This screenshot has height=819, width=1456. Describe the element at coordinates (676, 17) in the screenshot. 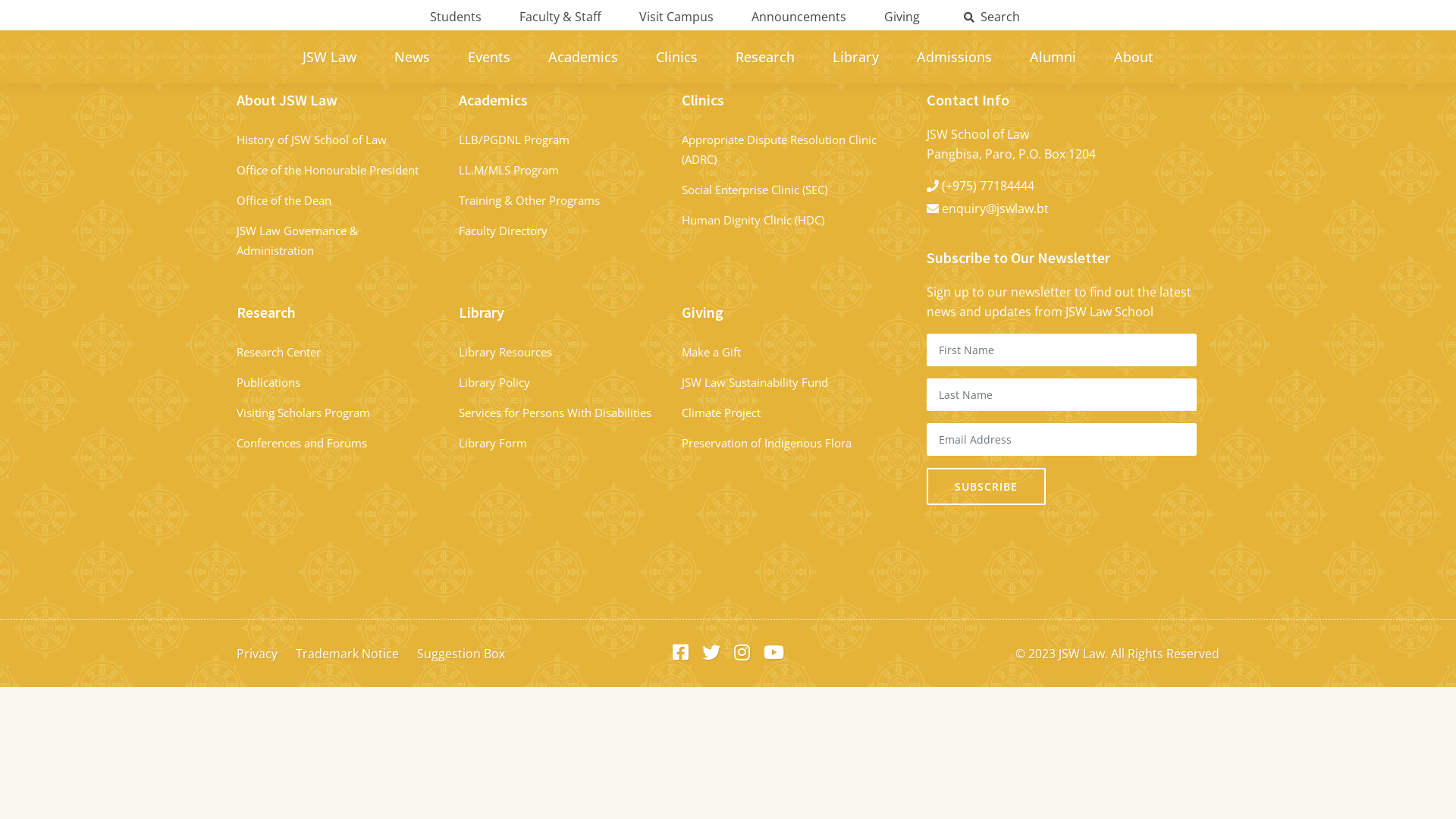

I see `'Visit Campus'` at that location.